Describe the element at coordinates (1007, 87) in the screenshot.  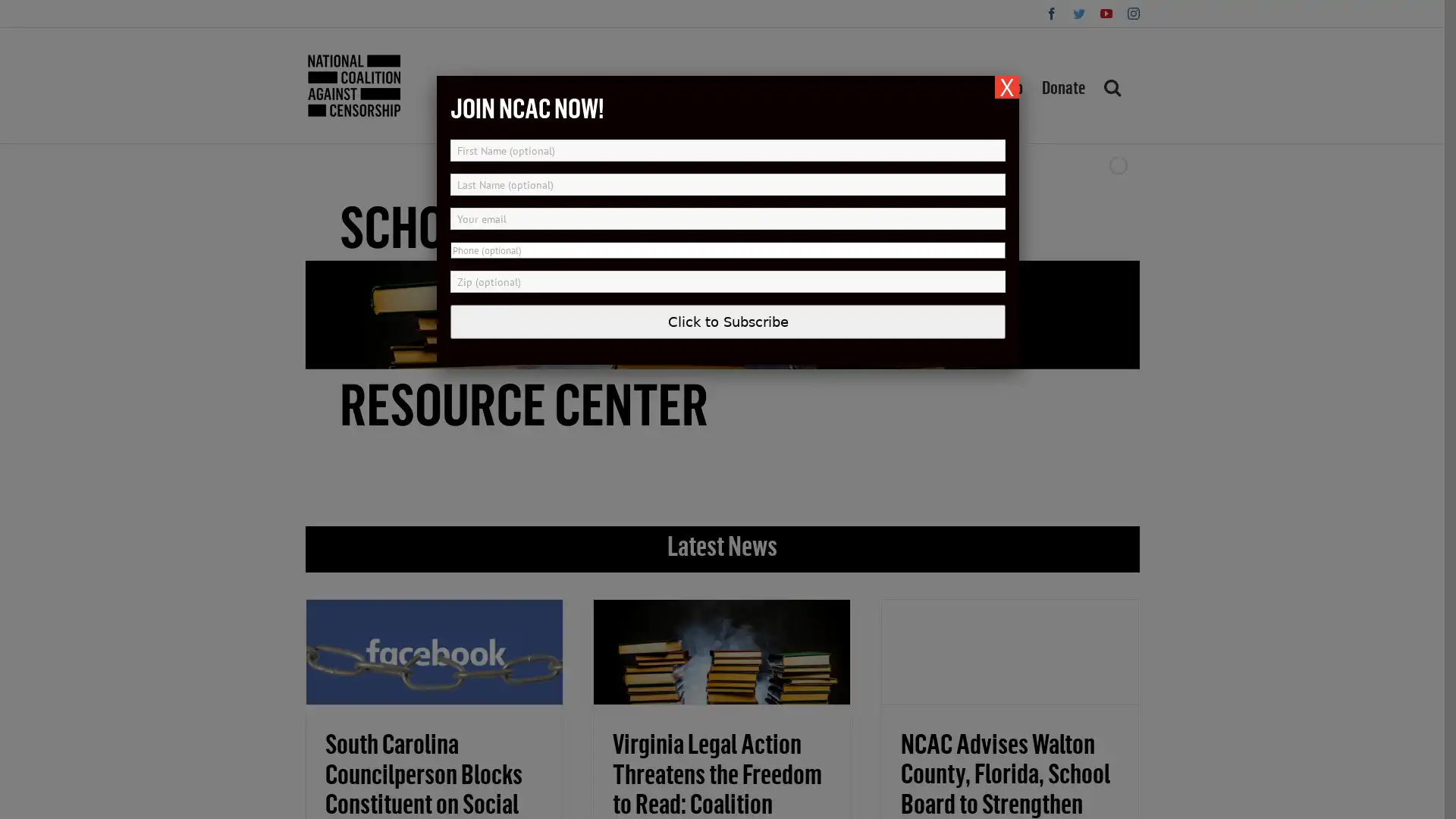
I see `Close` at that location.